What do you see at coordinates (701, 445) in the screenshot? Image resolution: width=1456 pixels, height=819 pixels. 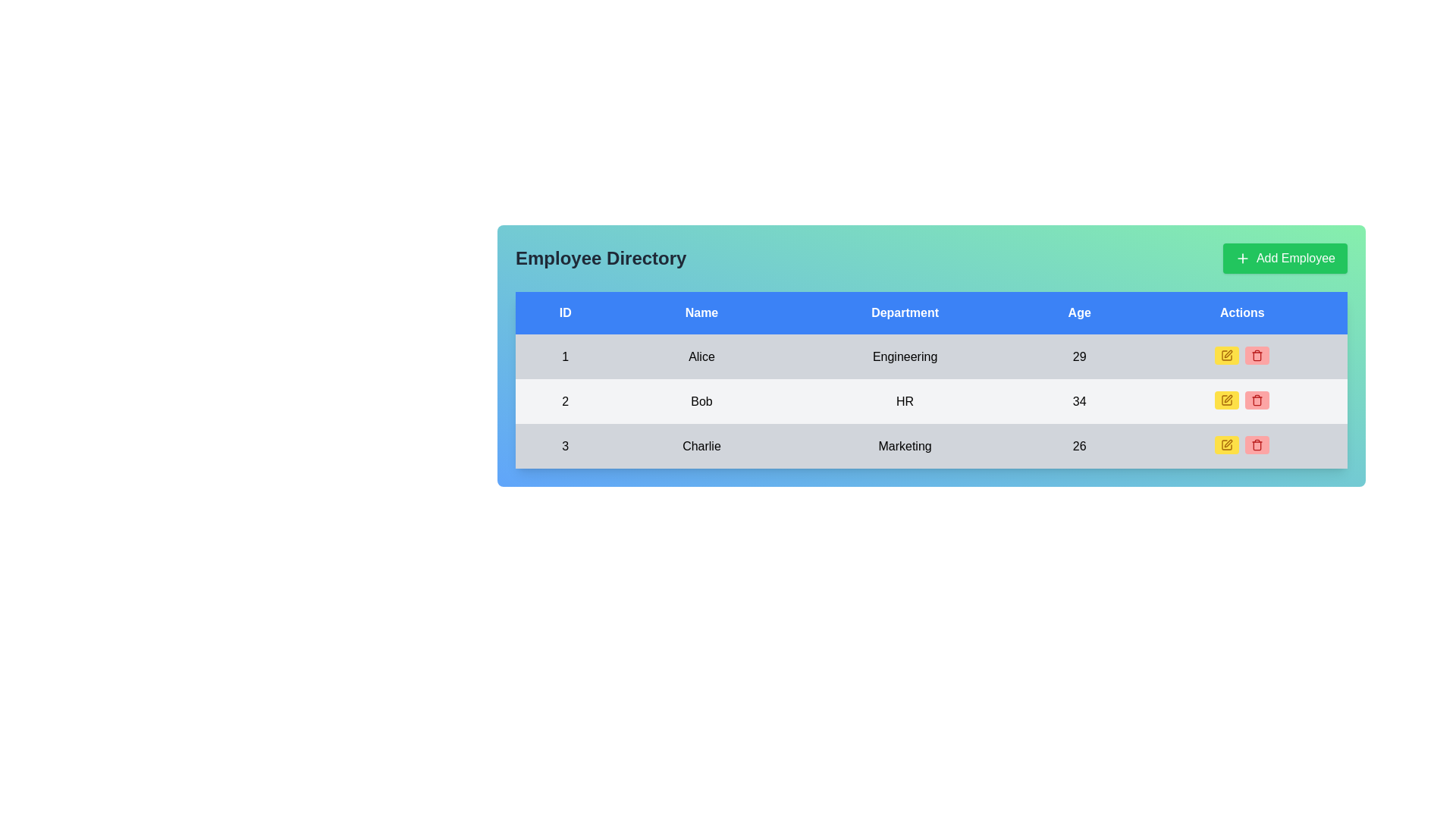 I see `the table cell displaying the text 'Charlie' in the third row of the table, located in the 'Name' column` at bounding box center [701, 445].